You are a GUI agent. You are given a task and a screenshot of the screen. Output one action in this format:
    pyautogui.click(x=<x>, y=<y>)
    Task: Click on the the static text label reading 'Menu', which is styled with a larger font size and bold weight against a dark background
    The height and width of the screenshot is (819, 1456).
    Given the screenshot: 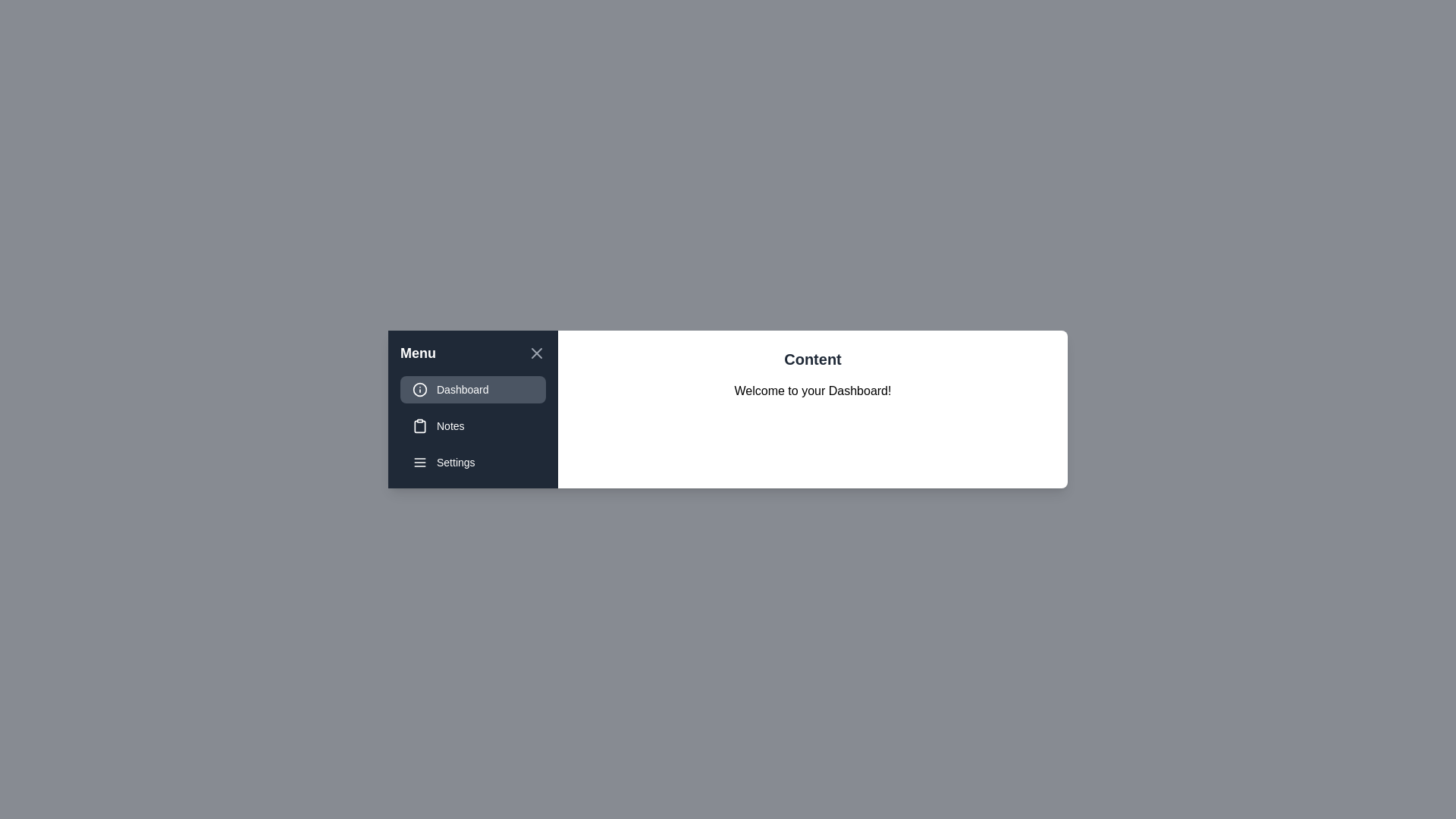 What is the action you would take?
    pyautogui.click(x=418, y=353)
    